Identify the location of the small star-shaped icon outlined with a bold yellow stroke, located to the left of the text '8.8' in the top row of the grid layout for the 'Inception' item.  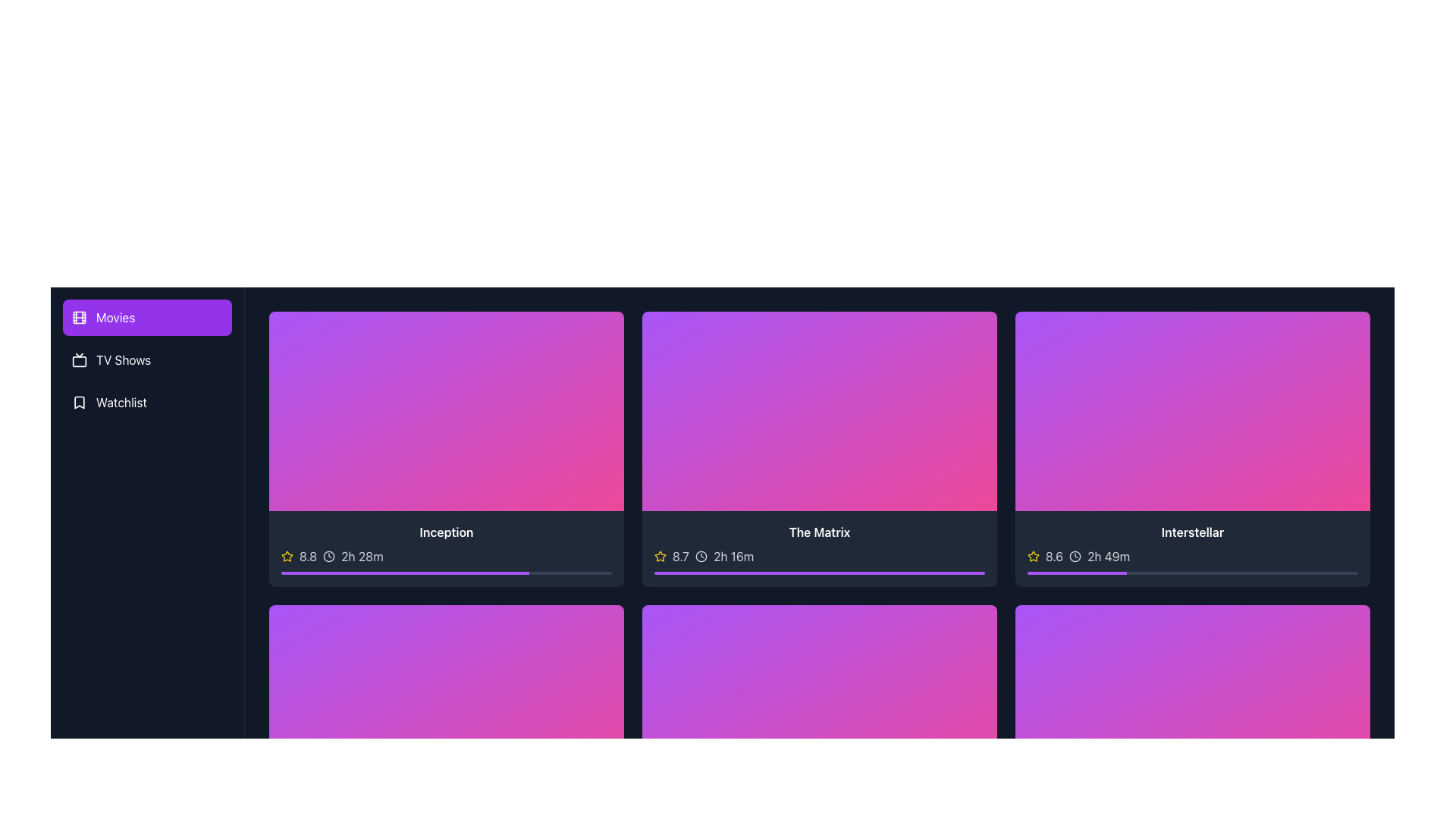
(287, 556).